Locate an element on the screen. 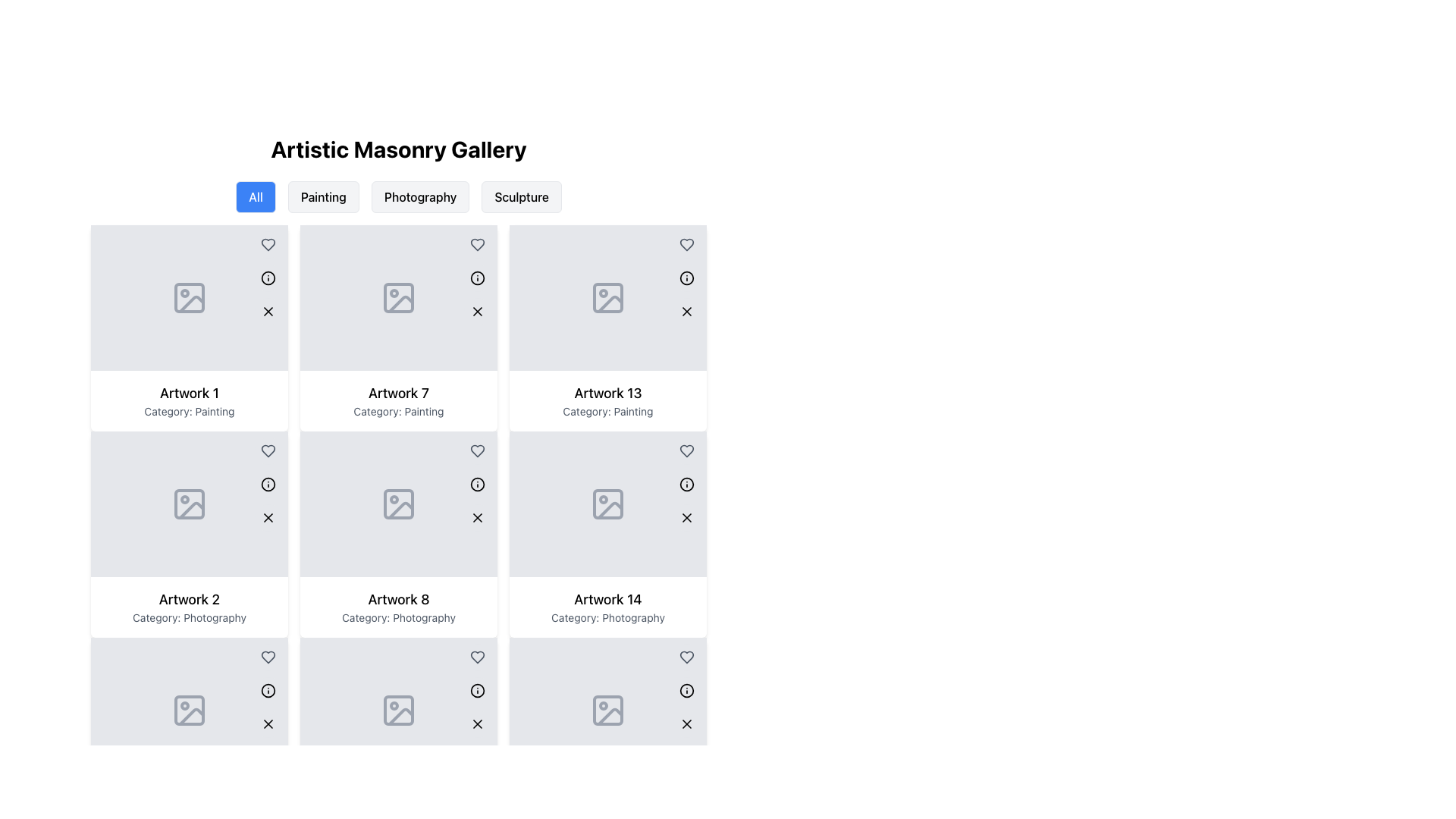 This screenshot has height=819, width=1456. text from the 'Artwork 1' label, which is a prominently styled title located at the top of a card component in the gallery display is located at coordinates (188, 393).